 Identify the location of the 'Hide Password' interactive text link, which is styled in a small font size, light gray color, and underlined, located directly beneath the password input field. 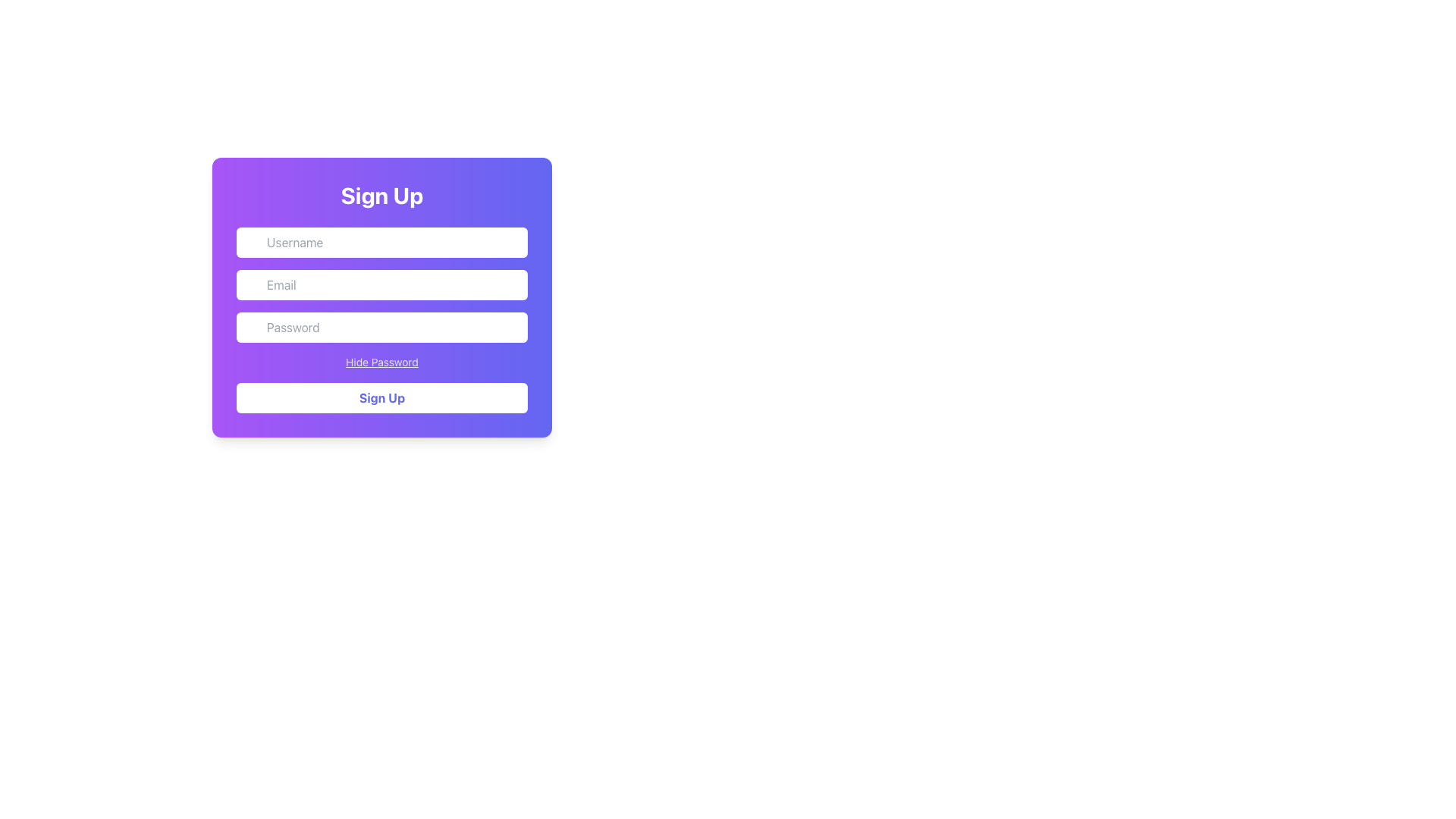
(382, 362).